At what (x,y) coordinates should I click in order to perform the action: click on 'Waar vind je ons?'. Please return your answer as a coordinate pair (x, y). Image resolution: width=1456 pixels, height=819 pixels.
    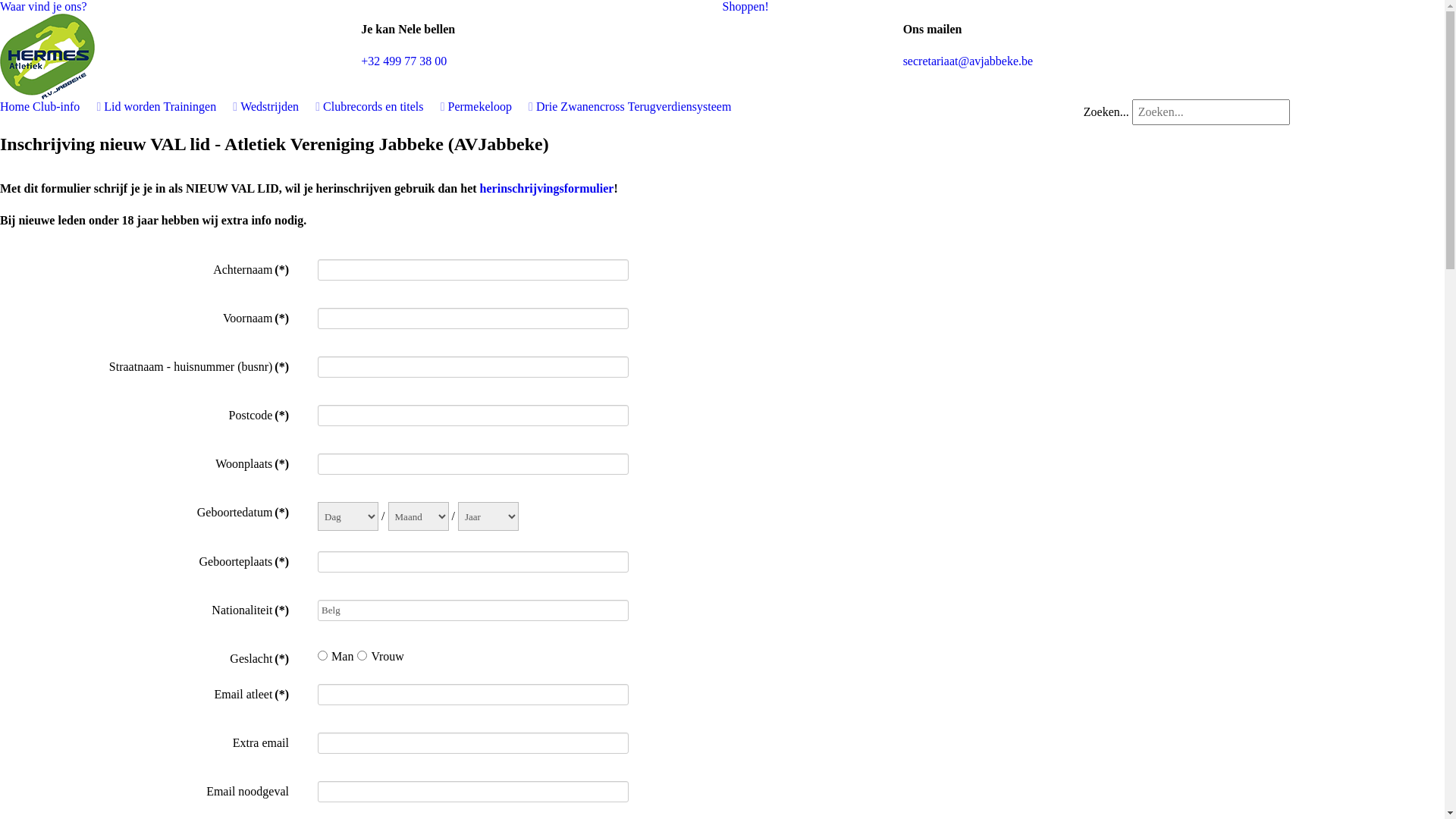
    Looking at the image, I should click on (43, 6).